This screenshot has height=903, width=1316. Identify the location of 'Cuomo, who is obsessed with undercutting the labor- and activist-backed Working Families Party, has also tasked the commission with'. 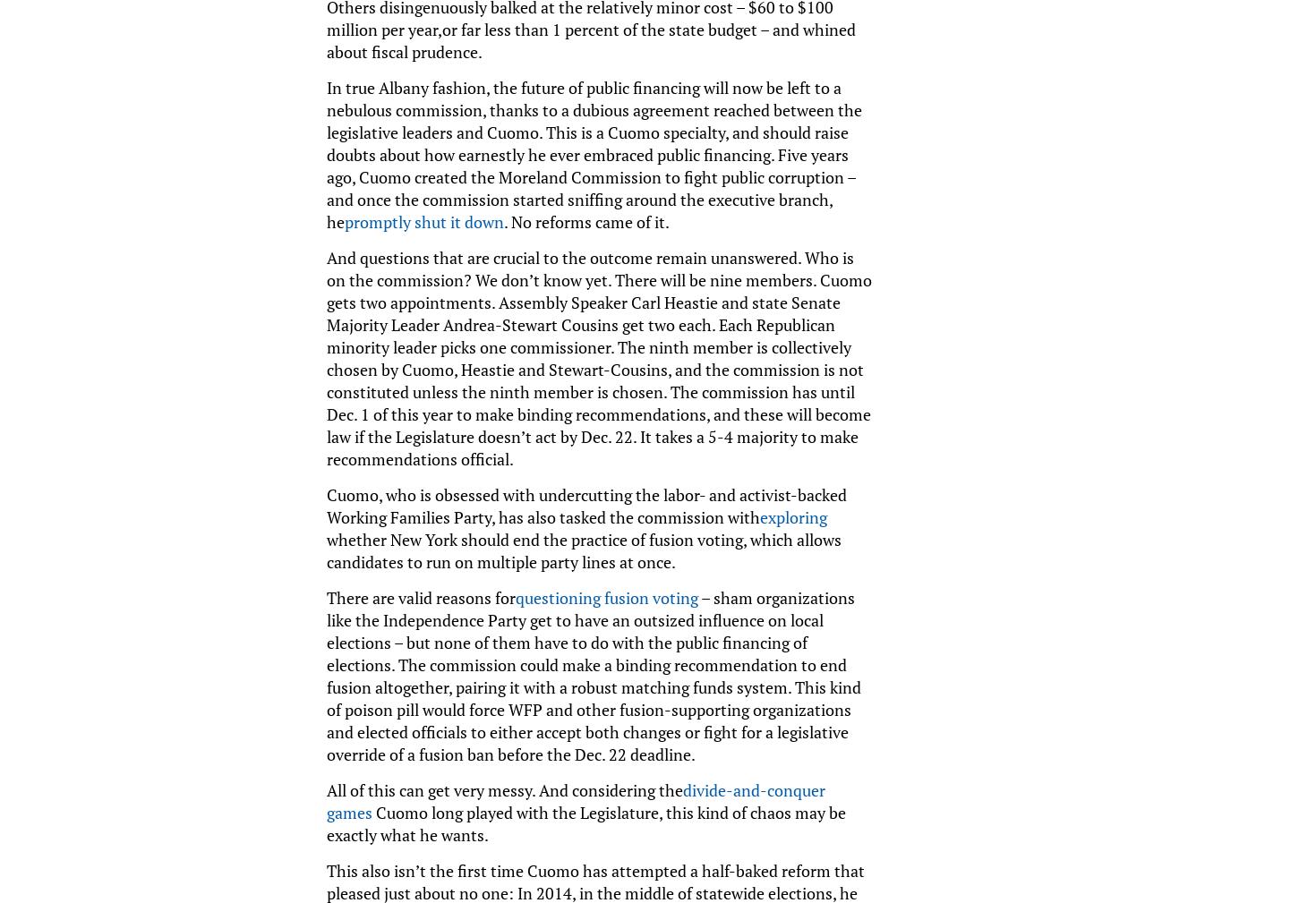
(585, 505).